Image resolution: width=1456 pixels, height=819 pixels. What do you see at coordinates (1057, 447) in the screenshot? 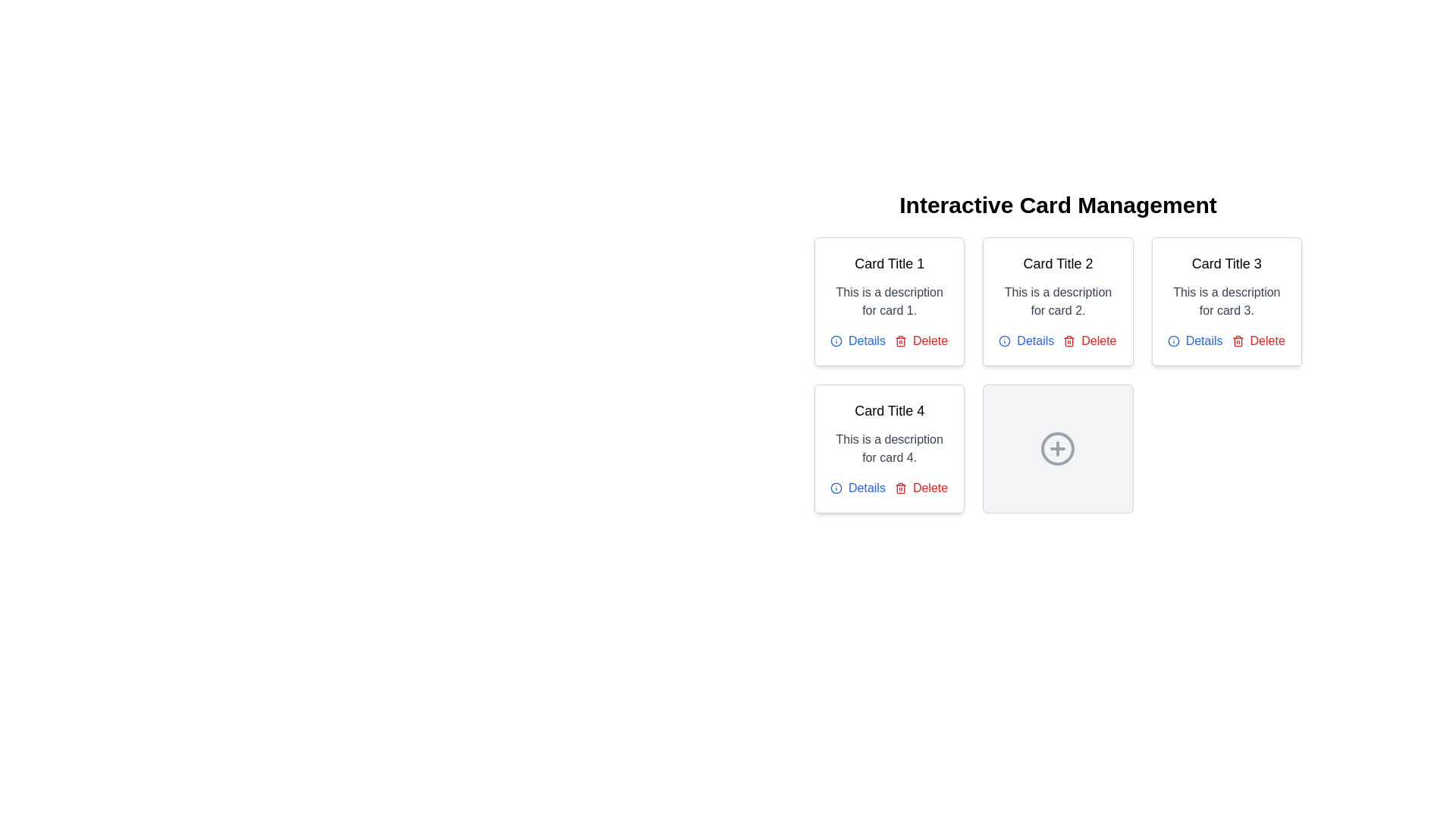
I see `the circular button with a gray 'plus' symbol inside a circle, located in the bottom-right corner of the grid layout, below 'Card Title 4', to change its color to blue` at bounding box center [1057, 447].